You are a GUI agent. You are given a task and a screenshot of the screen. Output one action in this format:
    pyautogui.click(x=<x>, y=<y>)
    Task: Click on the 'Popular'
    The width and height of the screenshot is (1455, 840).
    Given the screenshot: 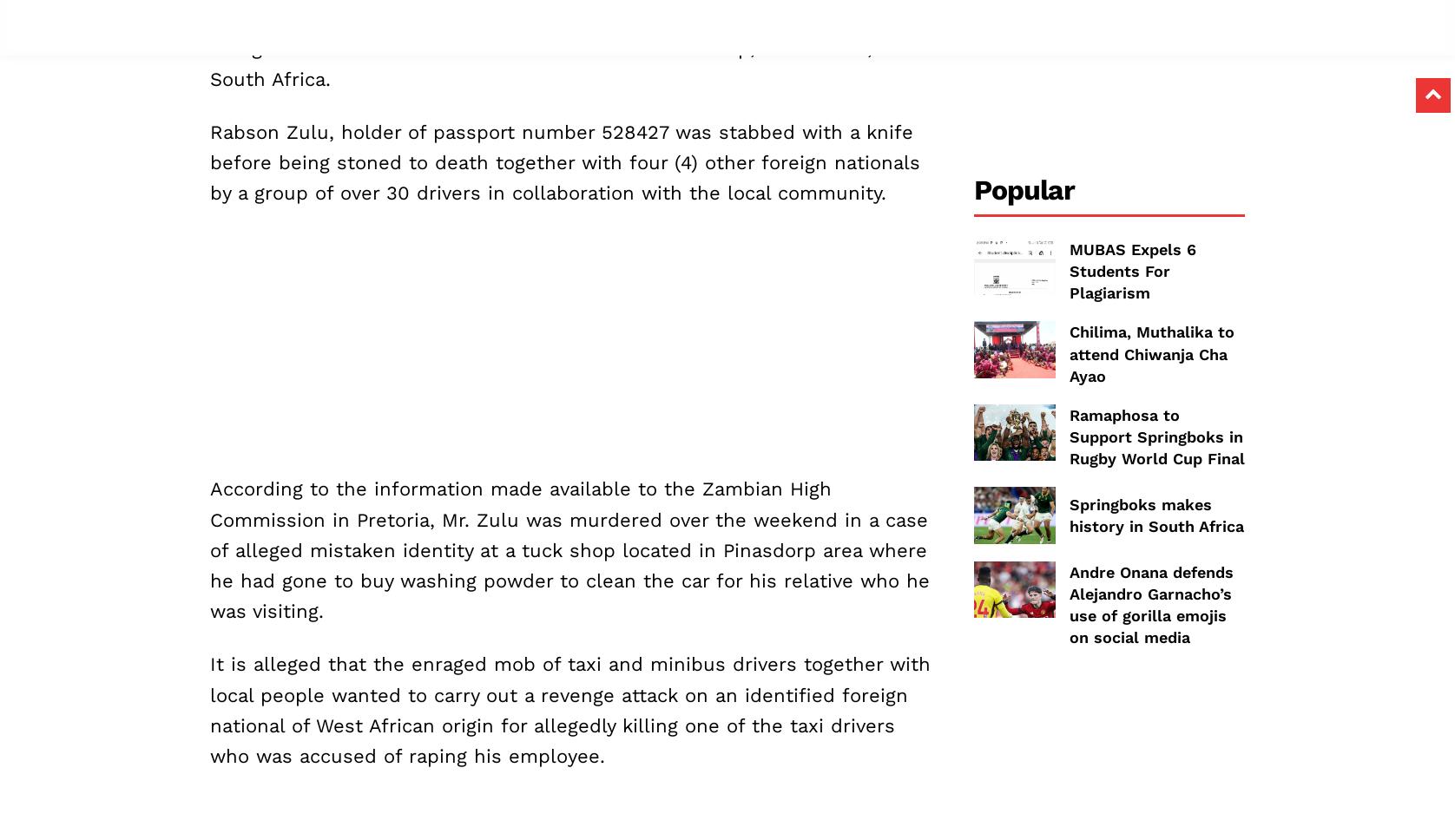 What is the action you would take?
    pyautogui.click(x=1024, y=187)
    